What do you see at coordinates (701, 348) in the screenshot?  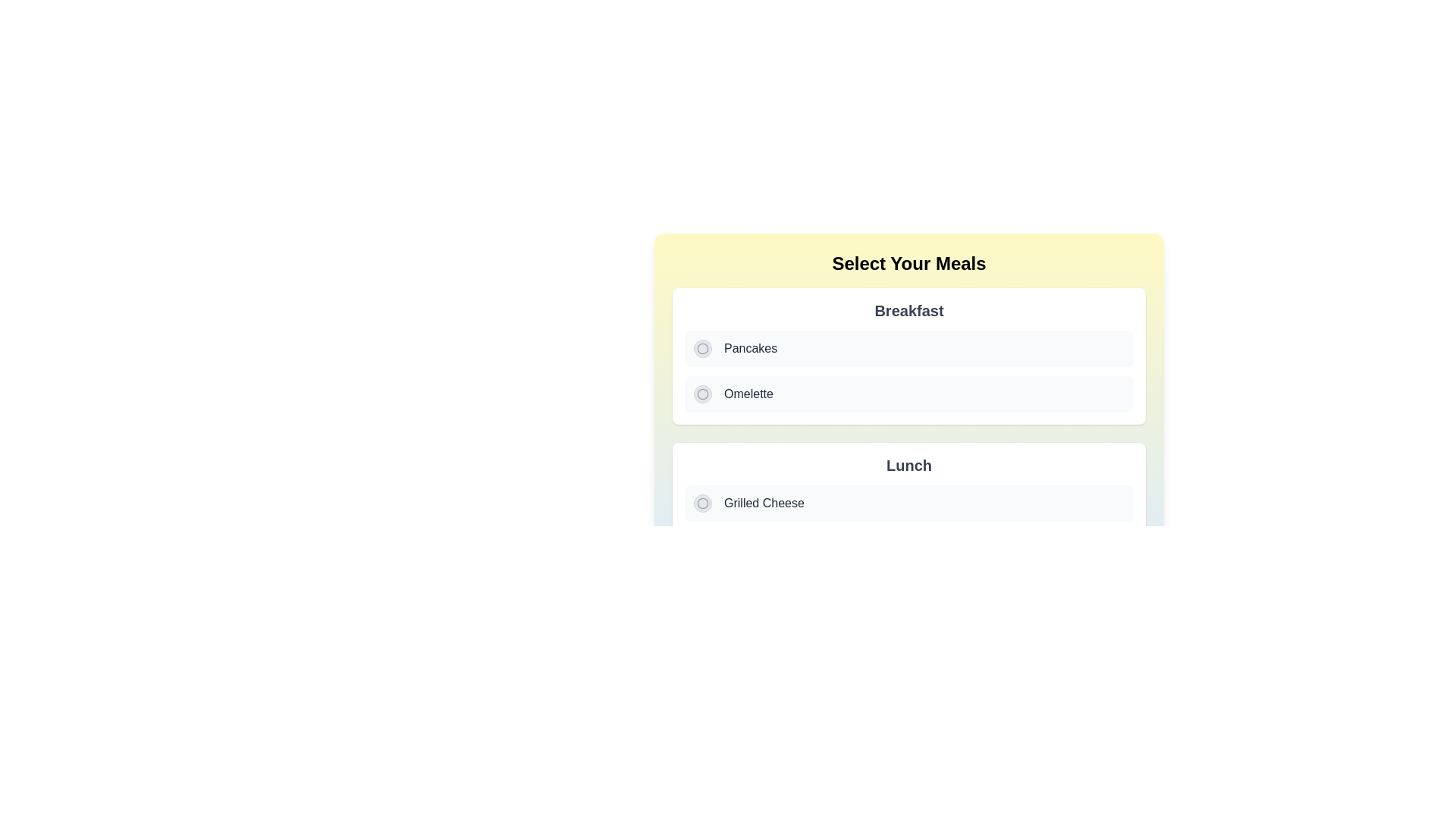 I see `the unselected radio button indicator for 'Pancakes' in the 'Breakfast' section of the meal selection interface` at bounding box center [701, 348].